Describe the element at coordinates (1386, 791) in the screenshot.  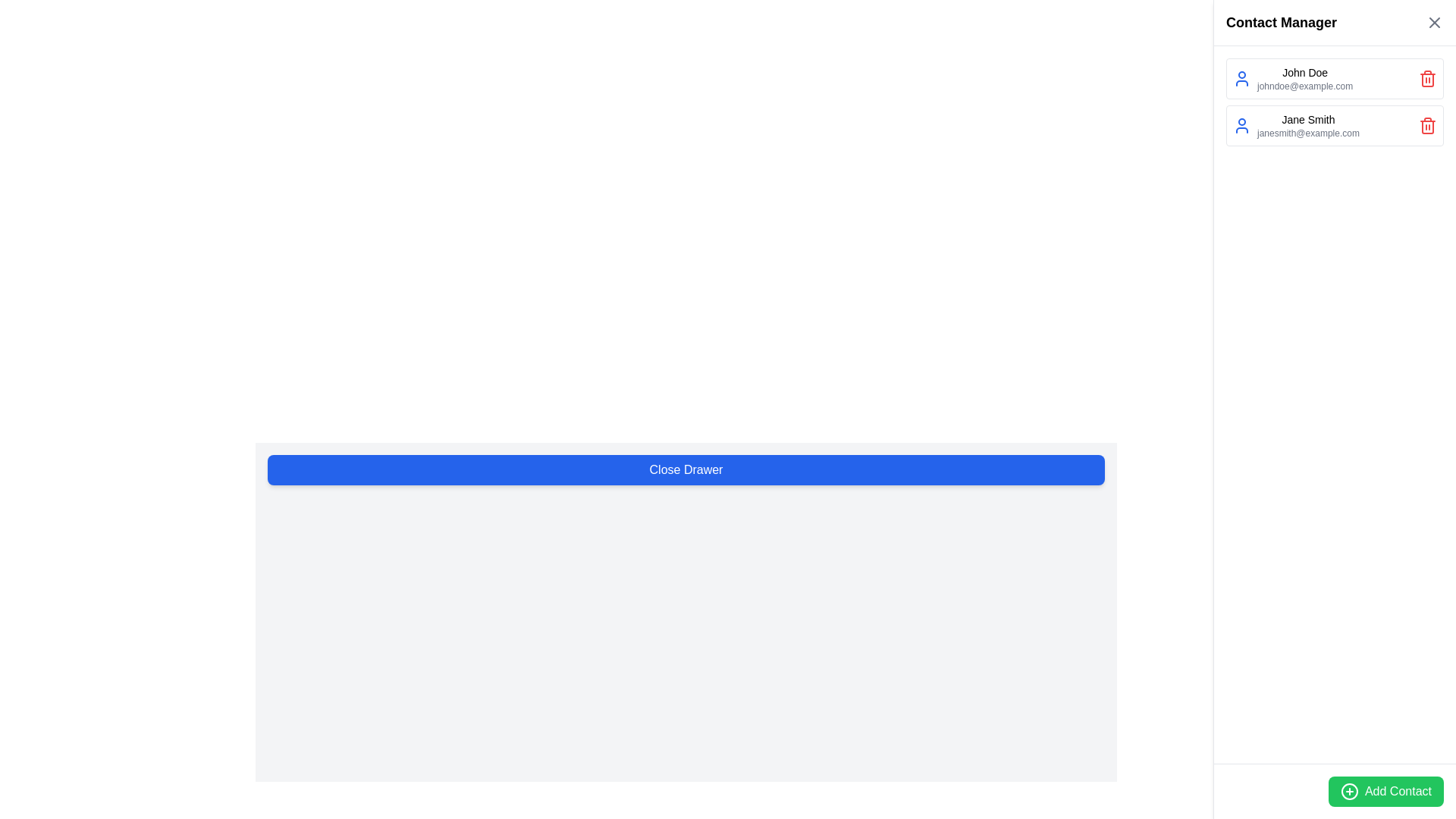
I see `the green button labeled 'Add Contact' with a '+' icon` at that location.